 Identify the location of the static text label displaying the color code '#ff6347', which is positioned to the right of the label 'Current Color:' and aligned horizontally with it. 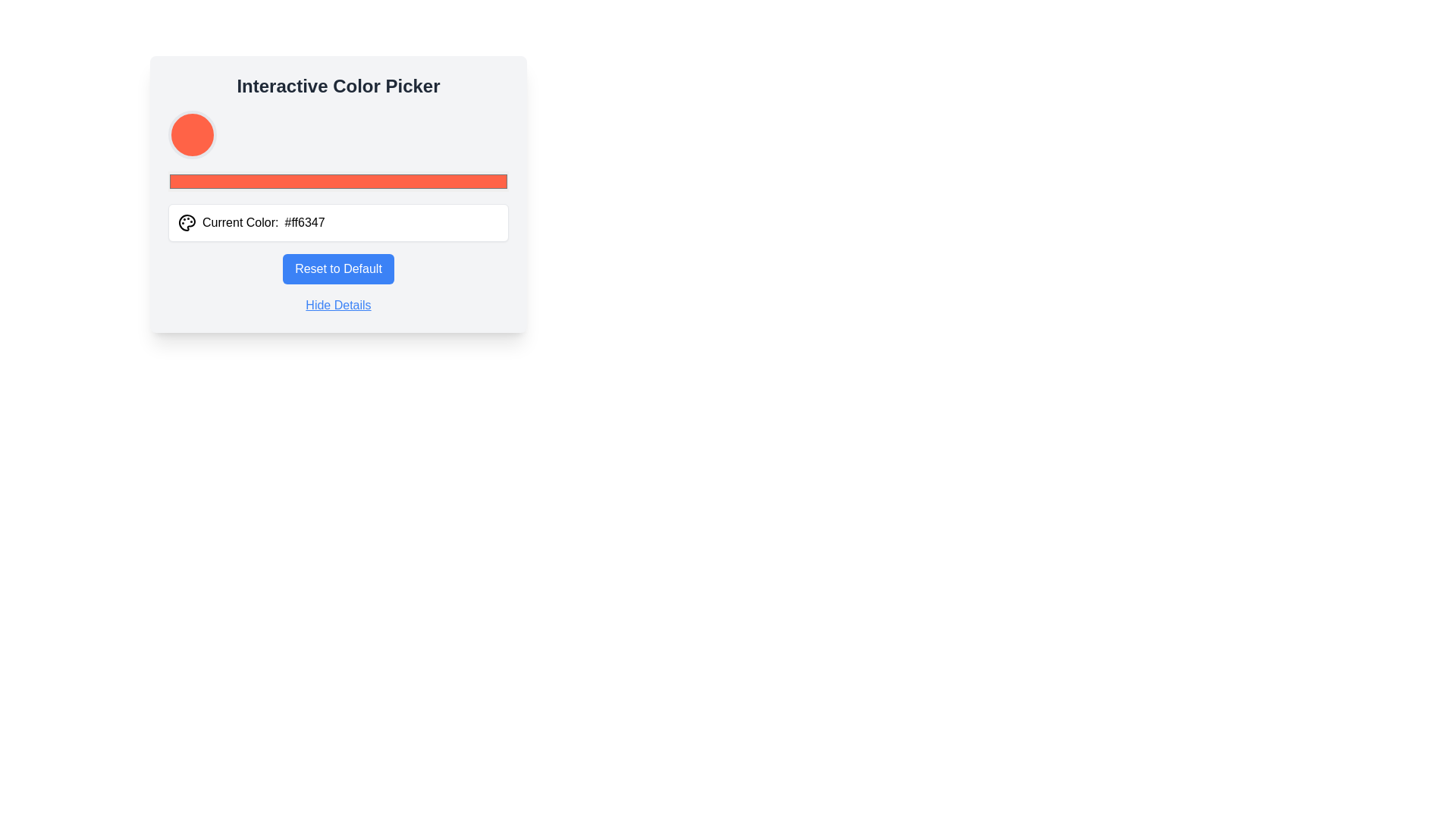
(304, 222).